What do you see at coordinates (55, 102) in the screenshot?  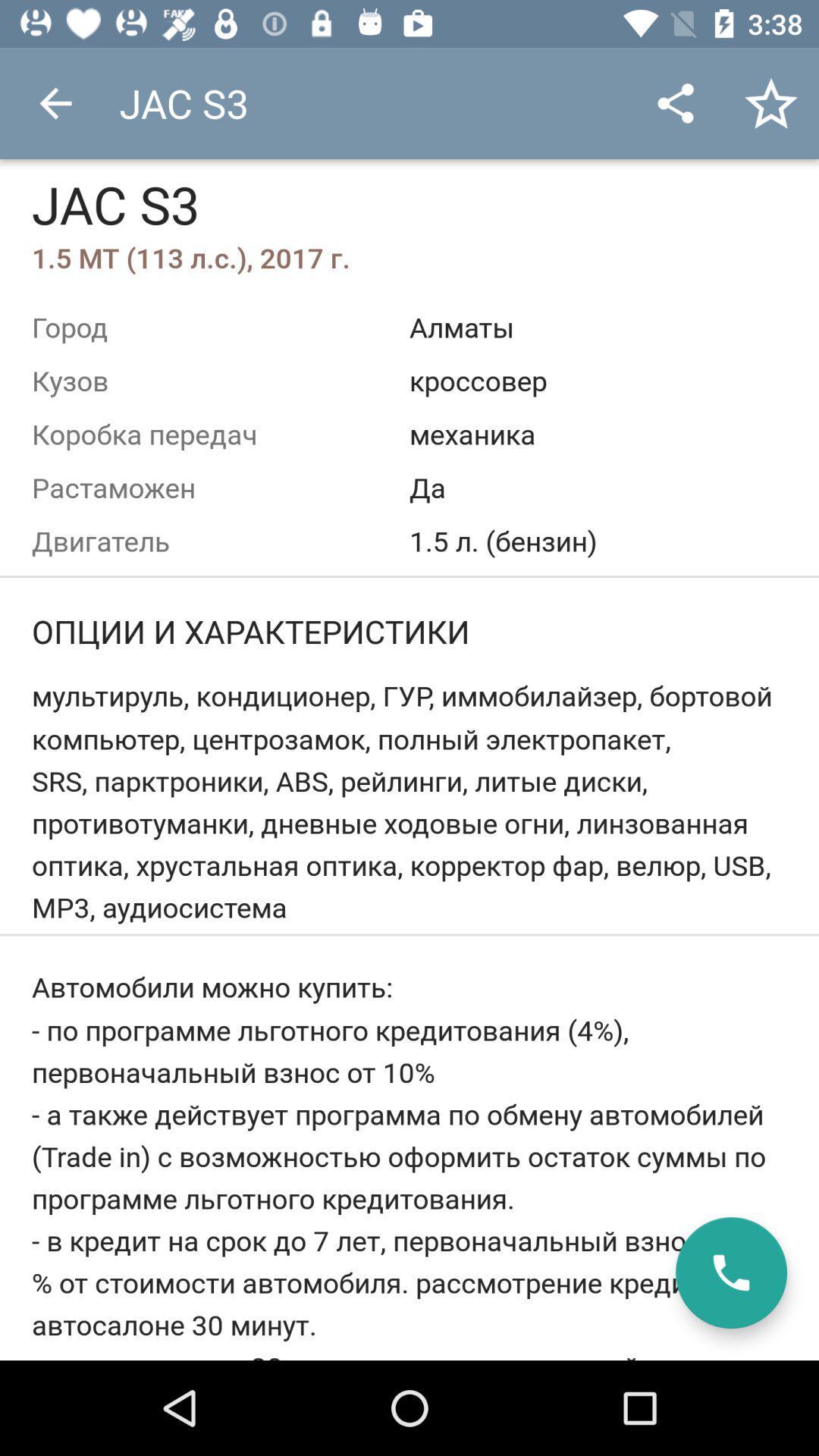 I see `app next to the jac s3 icon` at bounding box center [55, 102].